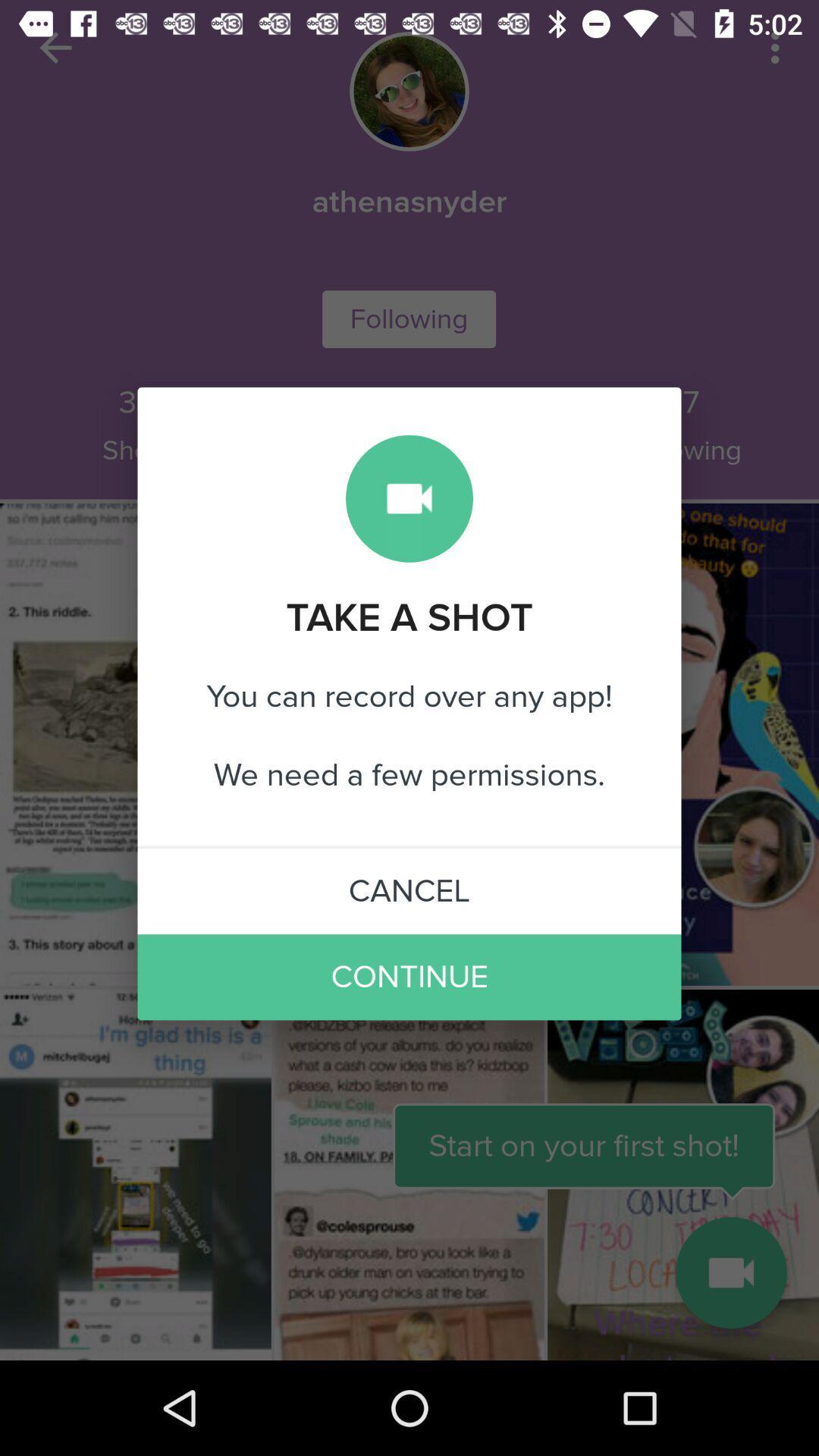 Image resolution: width=819 pixels, height=1456 pixels. Describe the element at coordinates (409, 891) in the screenshot. I see `cancel` at that location.